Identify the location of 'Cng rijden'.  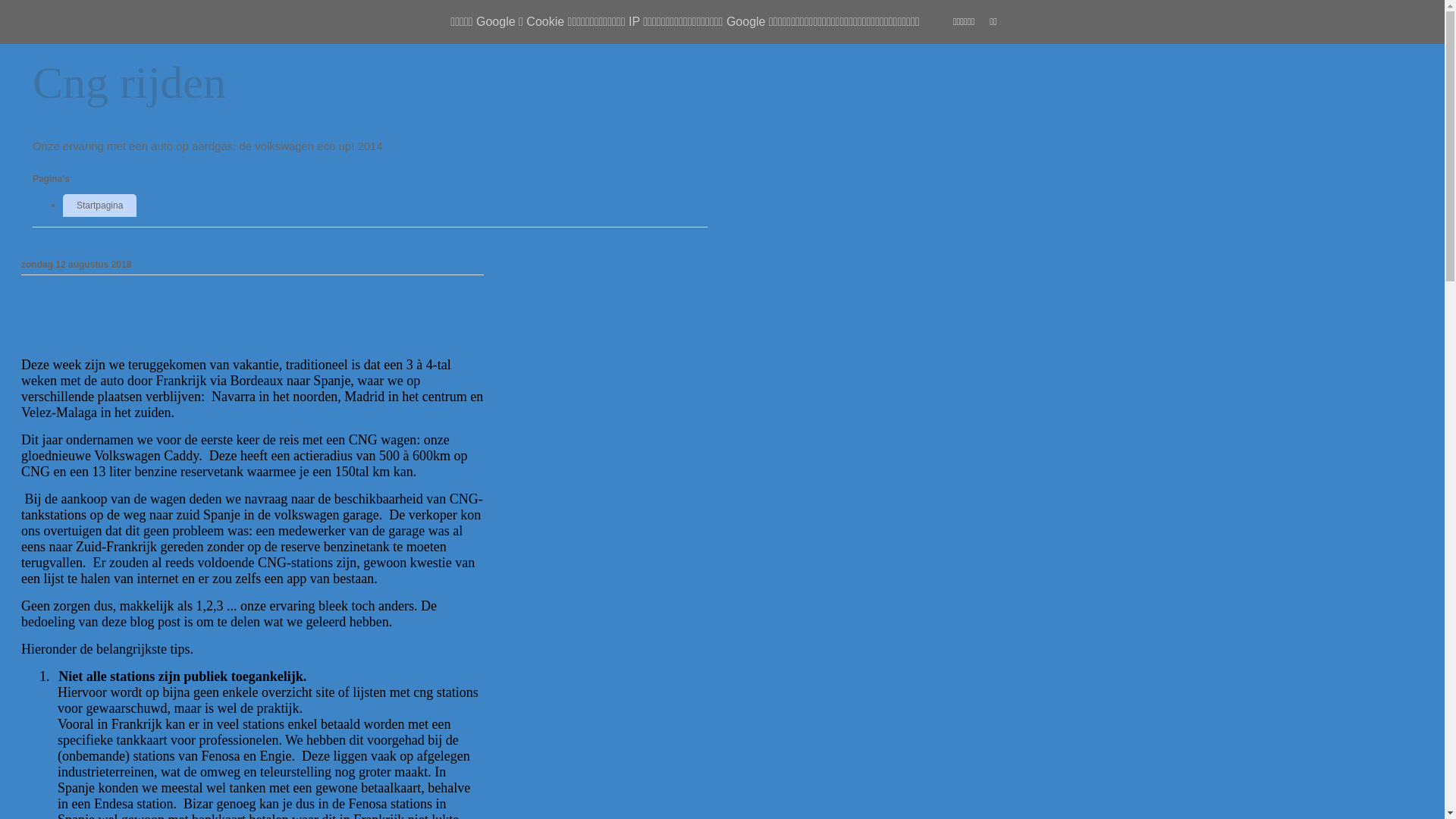
(129, 82).